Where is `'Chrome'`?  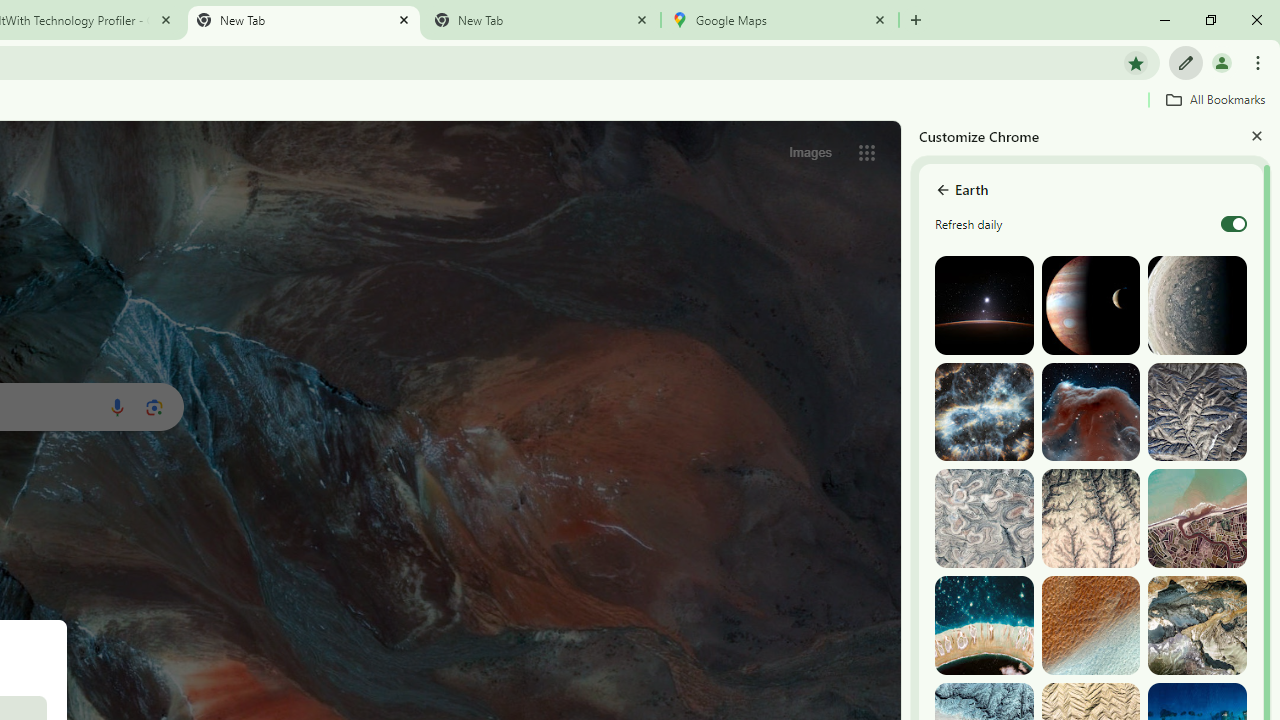
'Chrome' is located at coordinates (1259, 61).